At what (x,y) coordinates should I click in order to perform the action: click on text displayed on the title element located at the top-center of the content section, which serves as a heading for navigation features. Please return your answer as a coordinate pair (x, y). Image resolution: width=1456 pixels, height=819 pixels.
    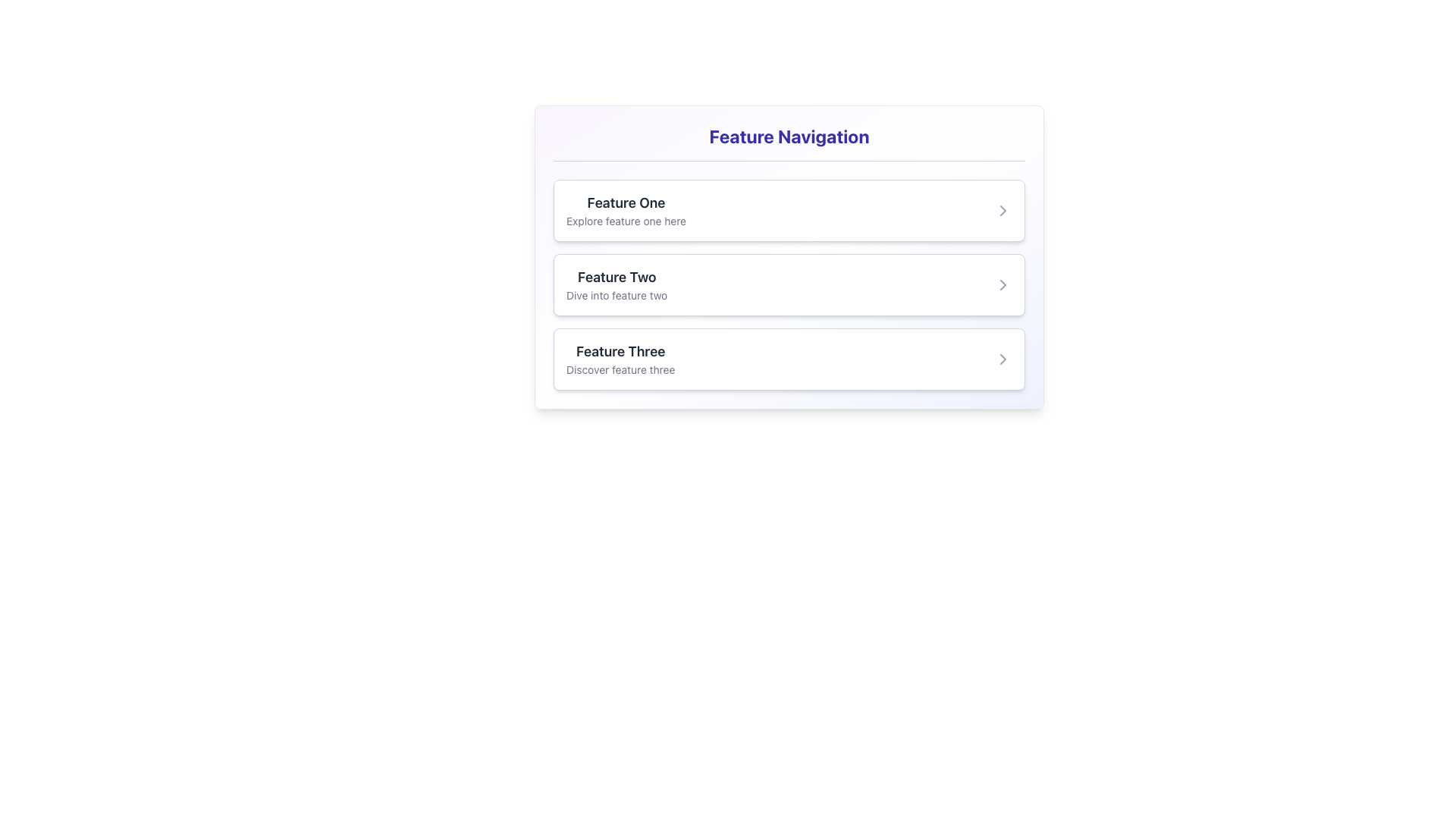
    Looking at the image, I should click on (789, 136).